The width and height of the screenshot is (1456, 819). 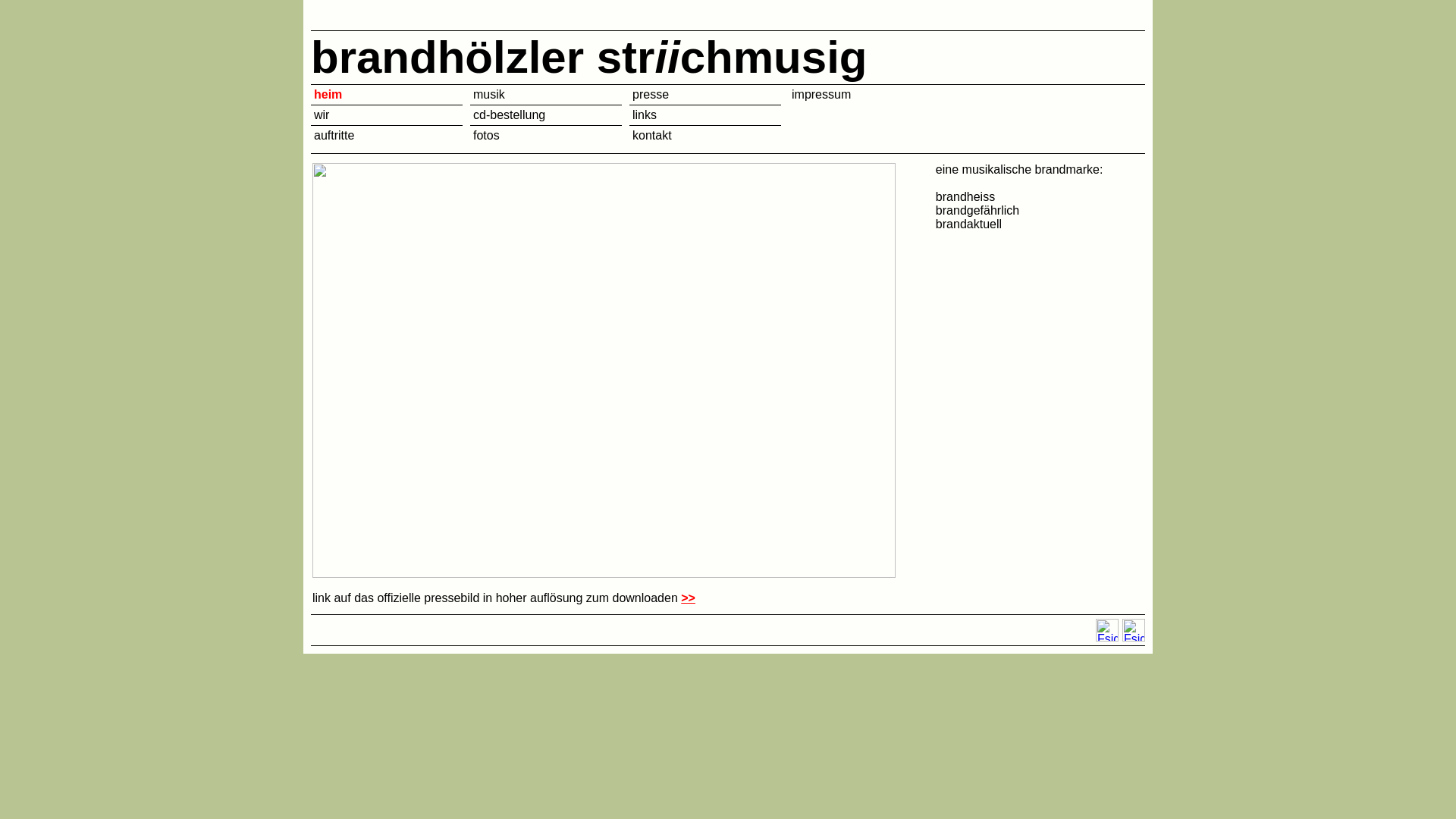 What do you see at coordinates (488, 94) in the screenshot?
I see `'musik'` at bounding box center [488, 94].